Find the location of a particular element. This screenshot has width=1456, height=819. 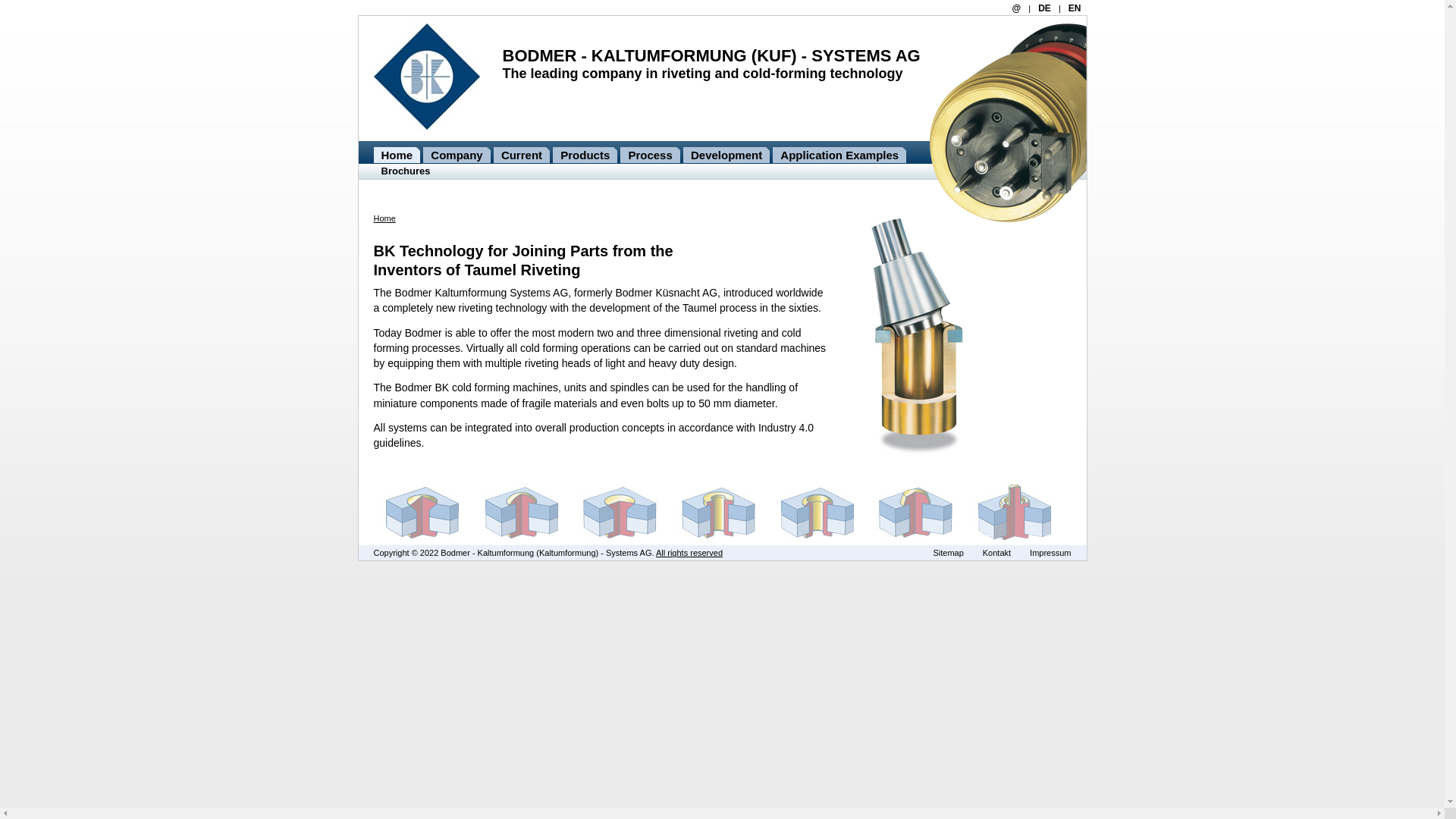

'Current' is located at coordinates (521, 155).